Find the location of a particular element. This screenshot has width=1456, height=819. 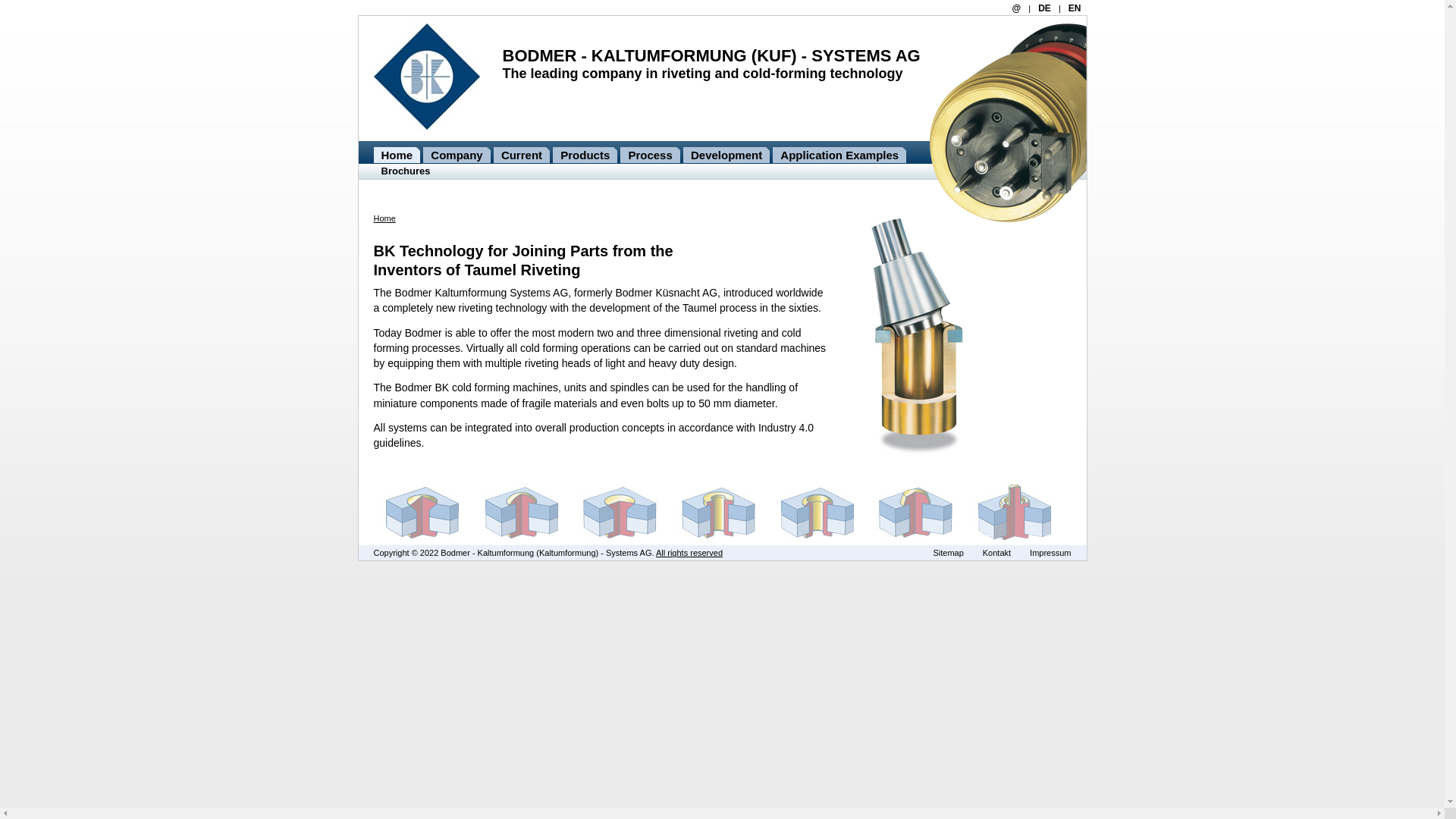

'Current' is located at coordinates (521, 155).